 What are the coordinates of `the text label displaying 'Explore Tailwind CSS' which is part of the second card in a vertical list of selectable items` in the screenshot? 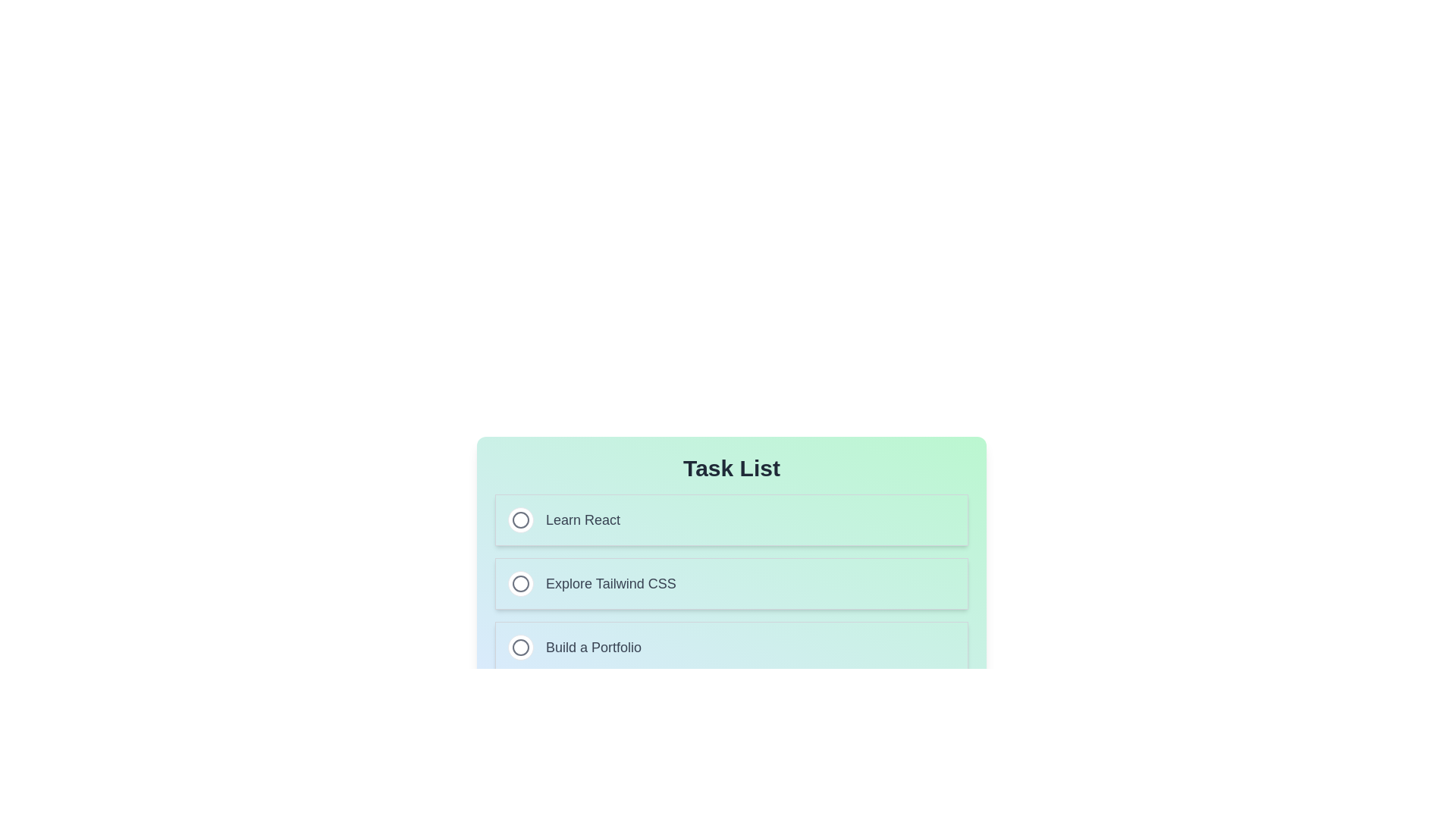 It's located at (610, 583).